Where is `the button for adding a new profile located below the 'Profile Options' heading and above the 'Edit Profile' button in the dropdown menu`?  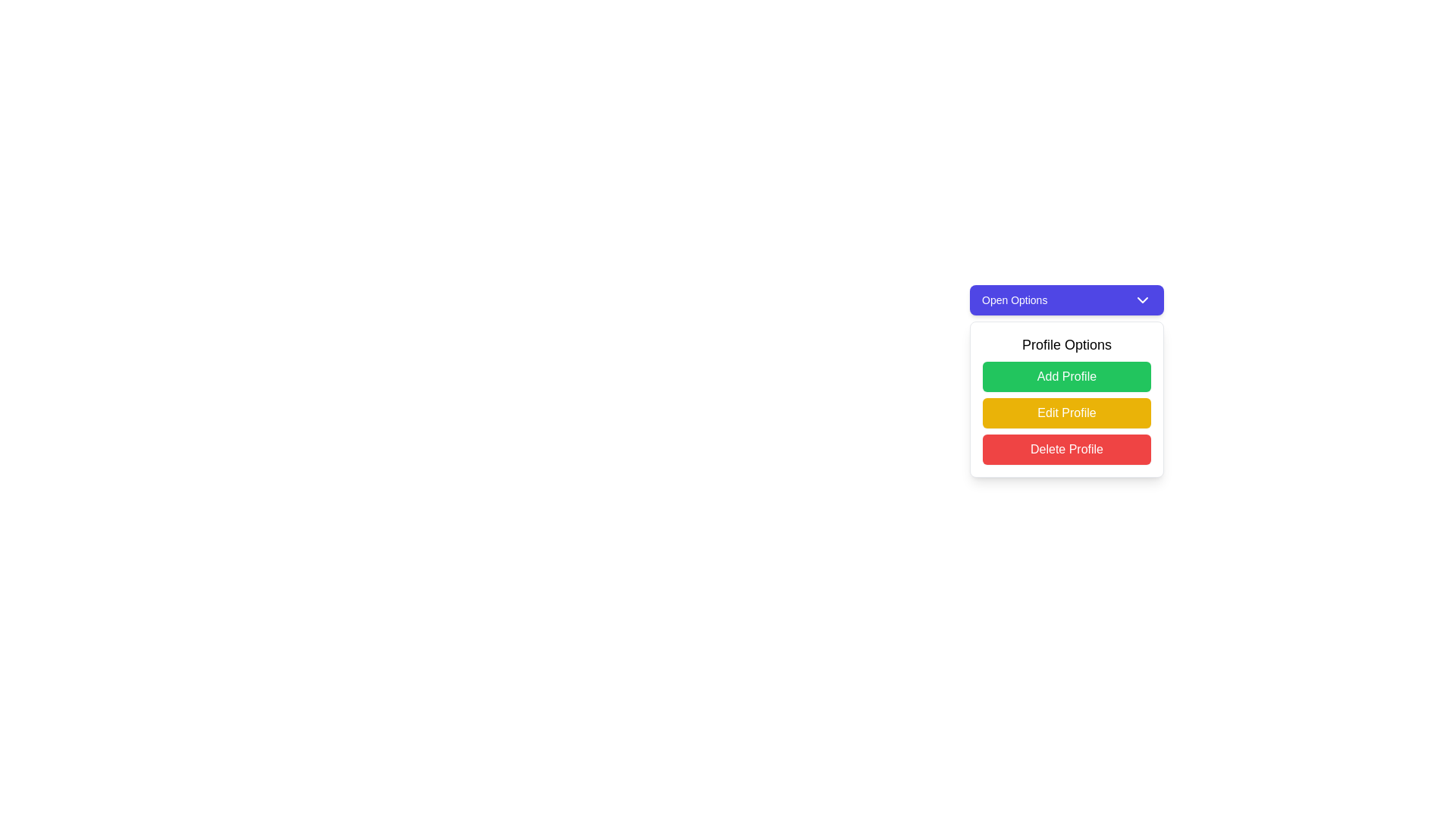 the button for adding a new profile located below the 'Profile Options' heading and above the 'Edit Profile' button in the dropdown menu is located at coordinates (1065, 376).